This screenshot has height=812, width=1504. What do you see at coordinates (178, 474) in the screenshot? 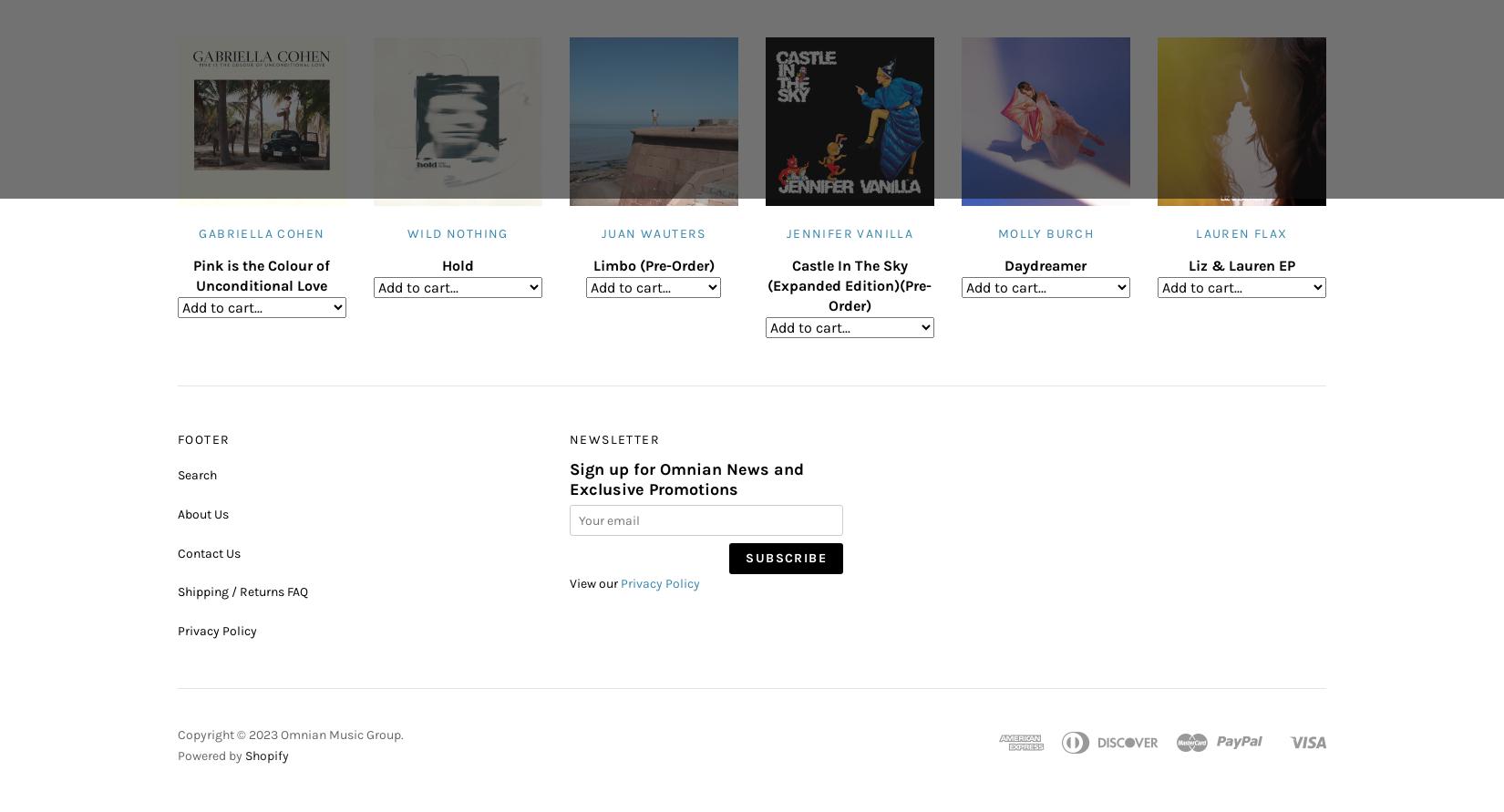
I see `'Search'` at bounding box center [178, 474].